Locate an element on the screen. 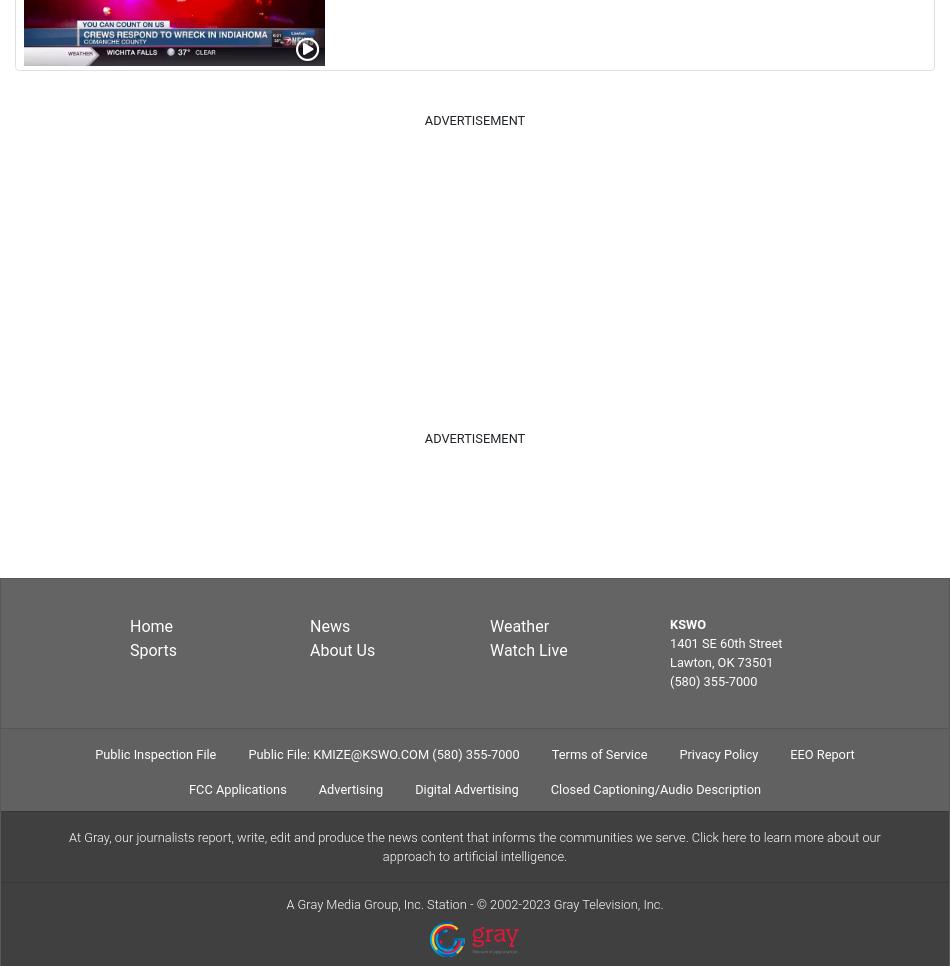  'Advertising' is located at coordinates (316, 787).